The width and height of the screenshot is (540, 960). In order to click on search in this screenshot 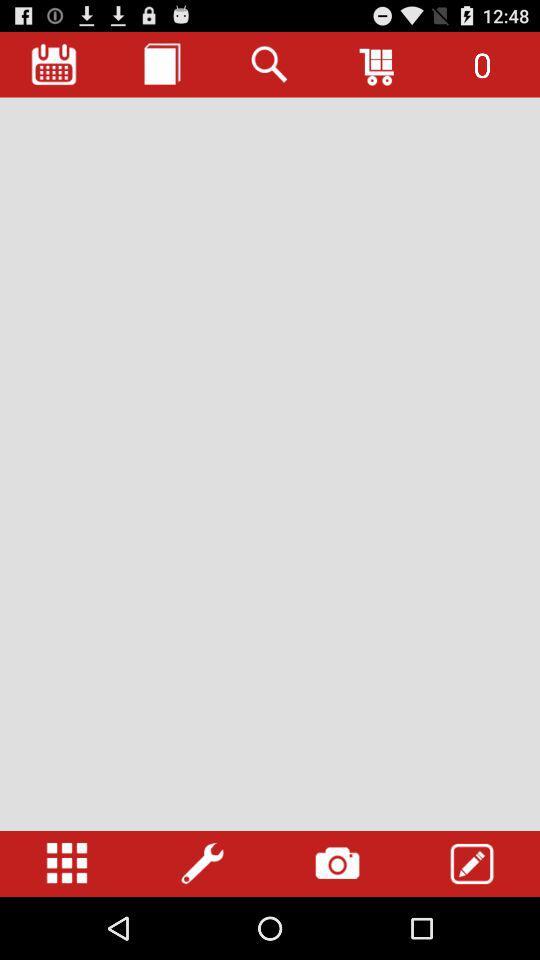, I will do `click(270, 64)`.